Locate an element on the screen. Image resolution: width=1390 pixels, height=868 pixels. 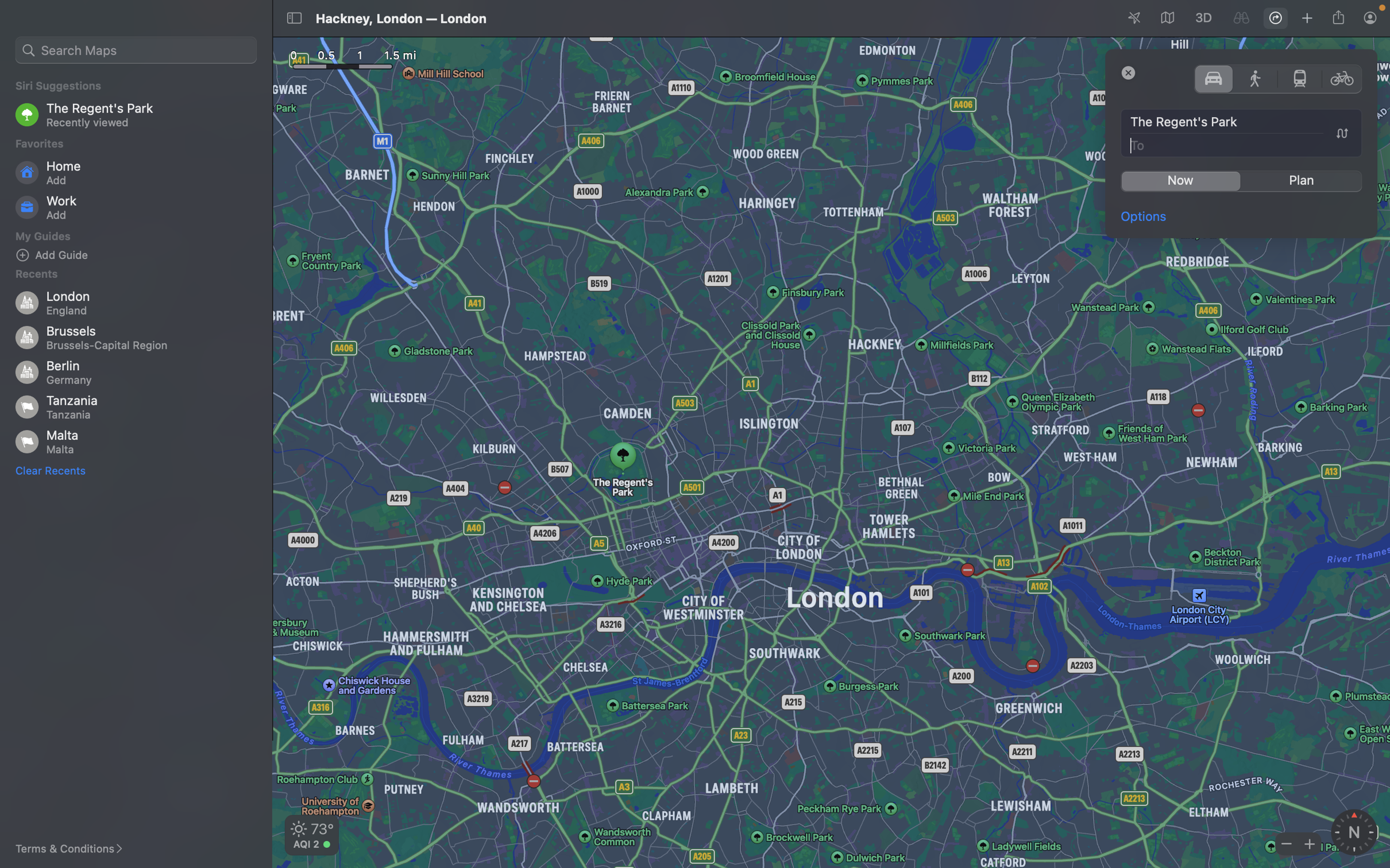
the "destination" field and enter the destination as Paris is located at coordinates (1242, 144).